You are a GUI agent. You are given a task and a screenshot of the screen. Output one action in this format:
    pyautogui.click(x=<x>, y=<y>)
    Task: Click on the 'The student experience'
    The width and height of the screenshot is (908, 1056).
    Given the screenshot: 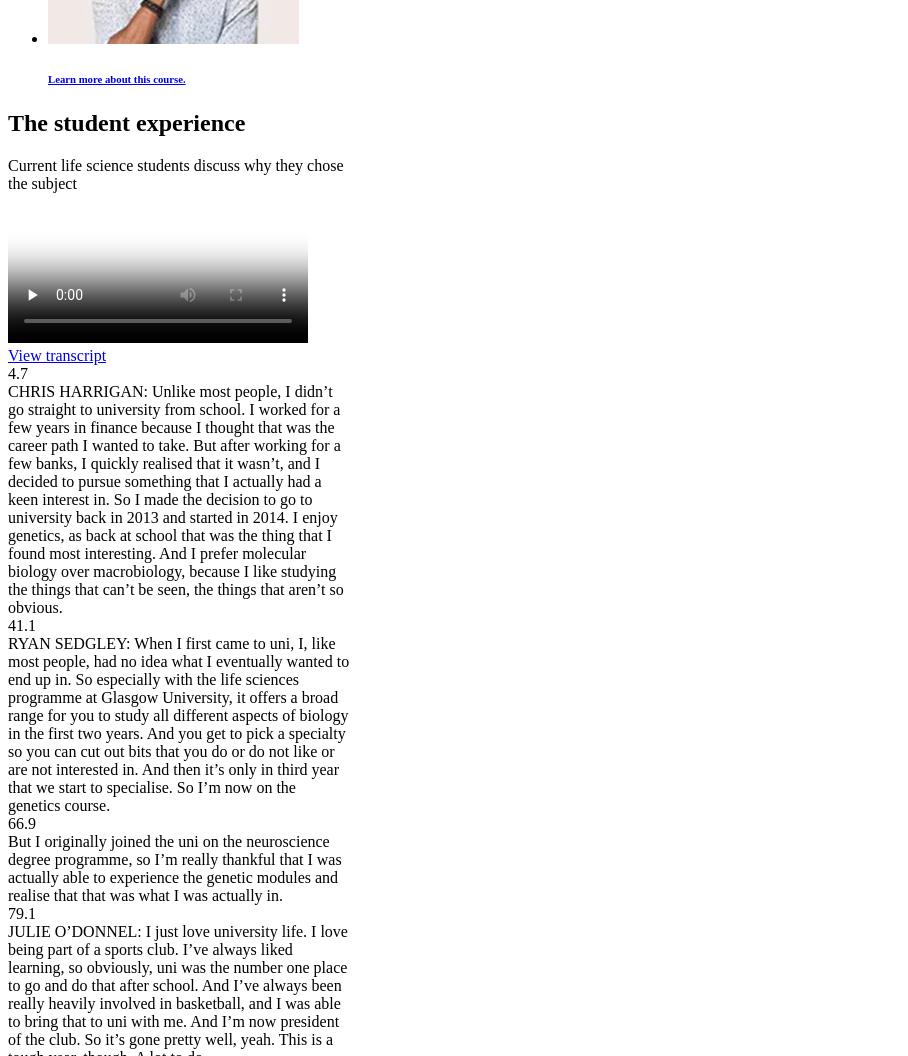 What is the action you would take?
    pyautogui.click(x=126, y=122)
    